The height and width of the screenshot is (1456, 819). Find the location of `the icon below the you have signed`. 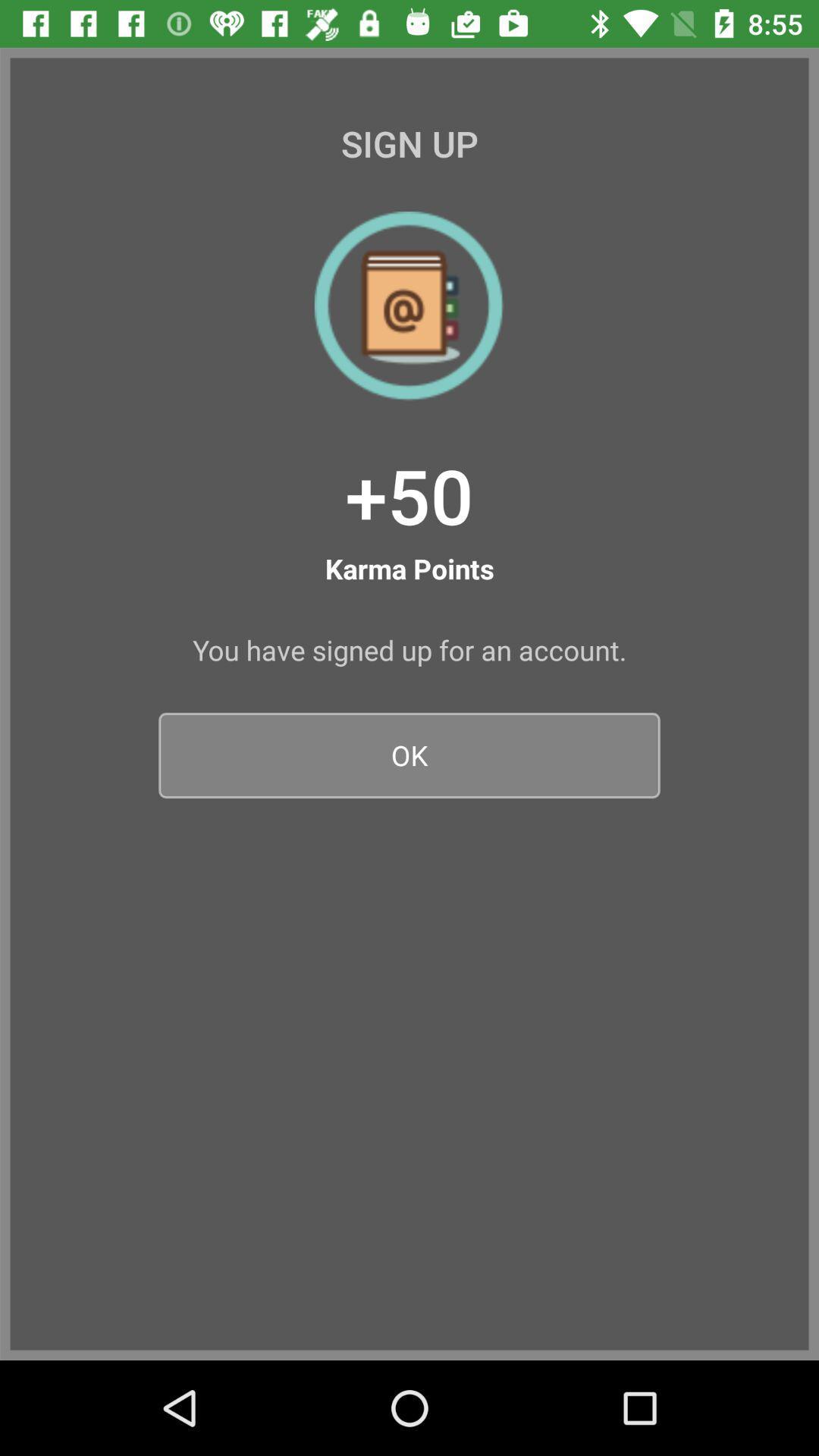

the icon below the you have signed is located at coordinates (409, 755).